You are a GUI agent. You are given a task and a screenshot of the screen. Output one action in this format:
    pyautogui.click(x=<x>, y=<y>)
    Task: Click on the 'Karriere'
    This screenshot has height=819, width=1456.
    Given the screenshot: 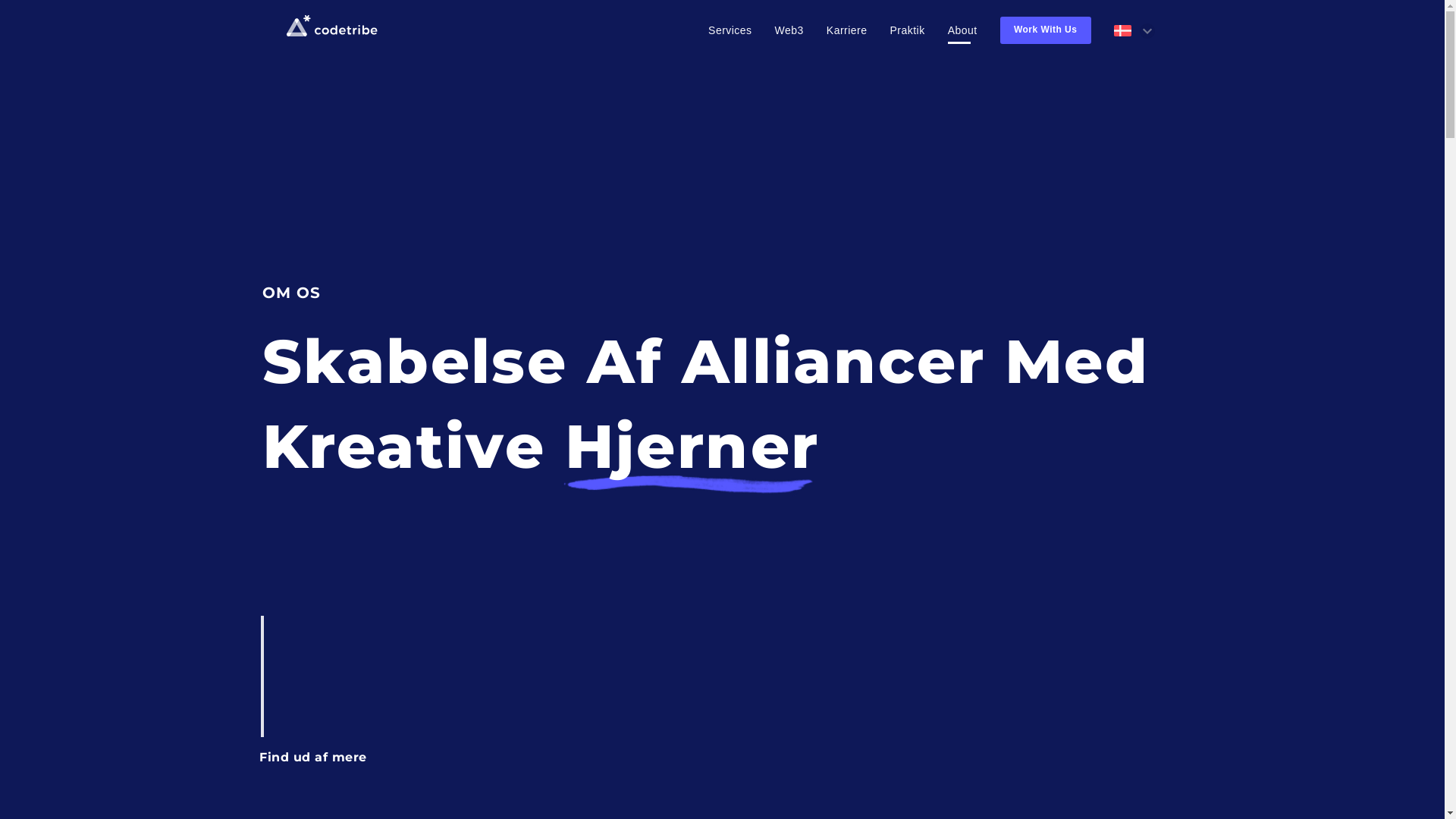 What is the action you would take?
    pyautogui.click(x=846, y=30)
    